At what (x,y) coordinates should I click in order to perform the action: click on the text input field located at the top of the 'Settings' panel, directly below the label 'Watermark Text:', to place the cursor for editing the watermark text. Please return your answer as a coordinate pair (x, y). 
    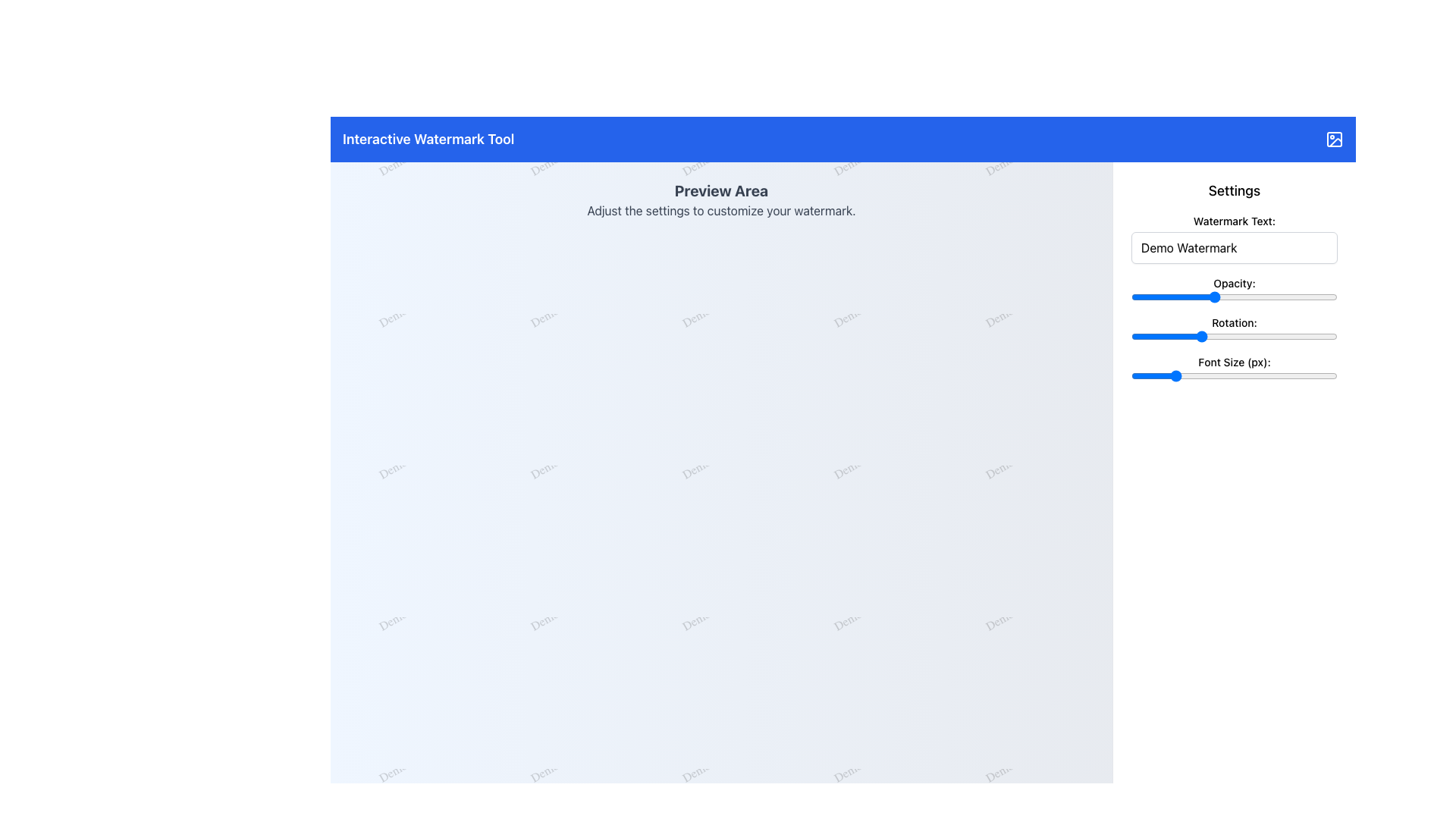
    Looking at the image, I should click on (1234, 239).